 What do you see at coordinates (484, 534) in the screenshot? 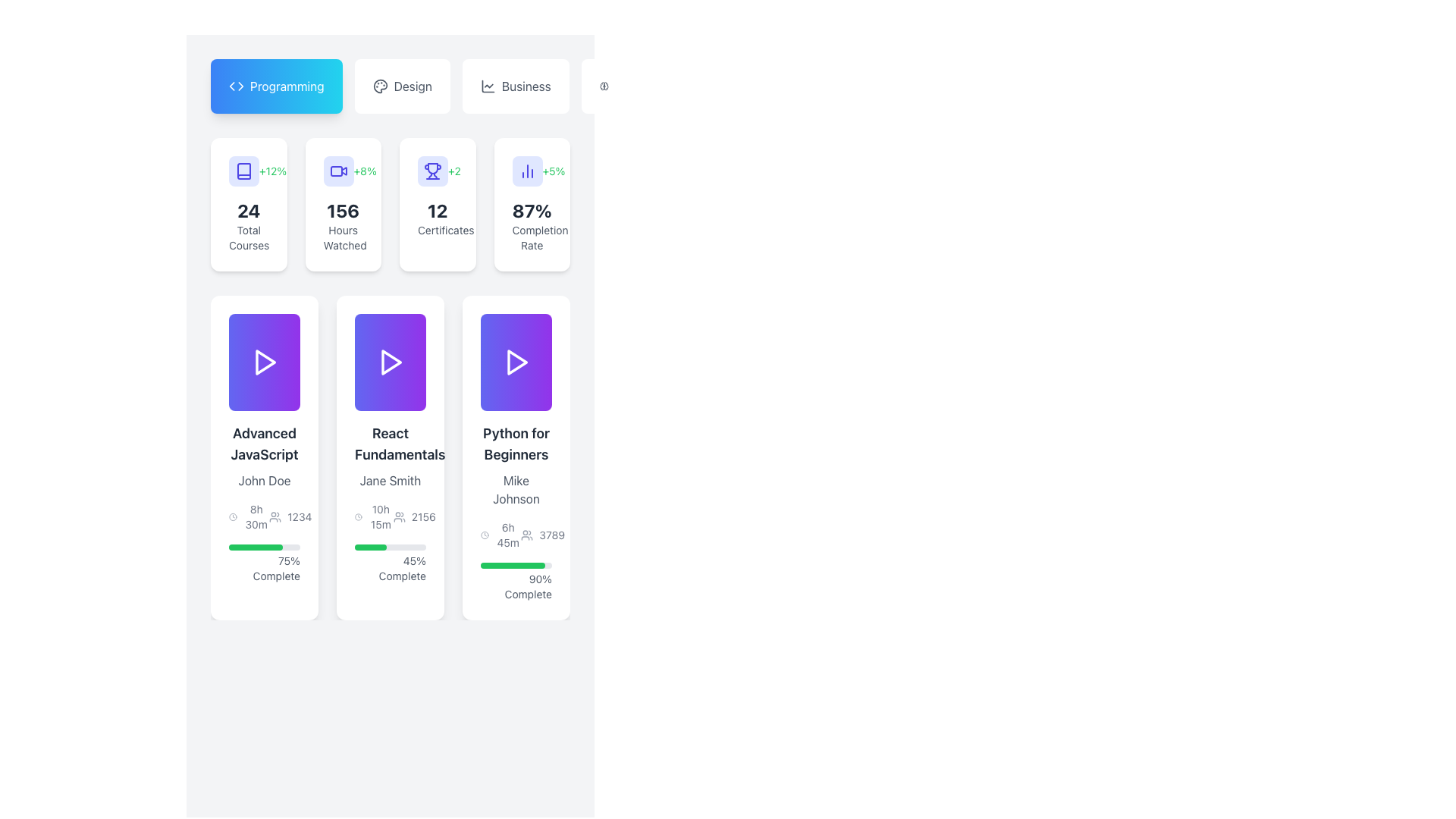
I see `the clock icon located at the bottom left corner of the 'Python for Beginners' course card for more information` at bounding box center [484, 534].